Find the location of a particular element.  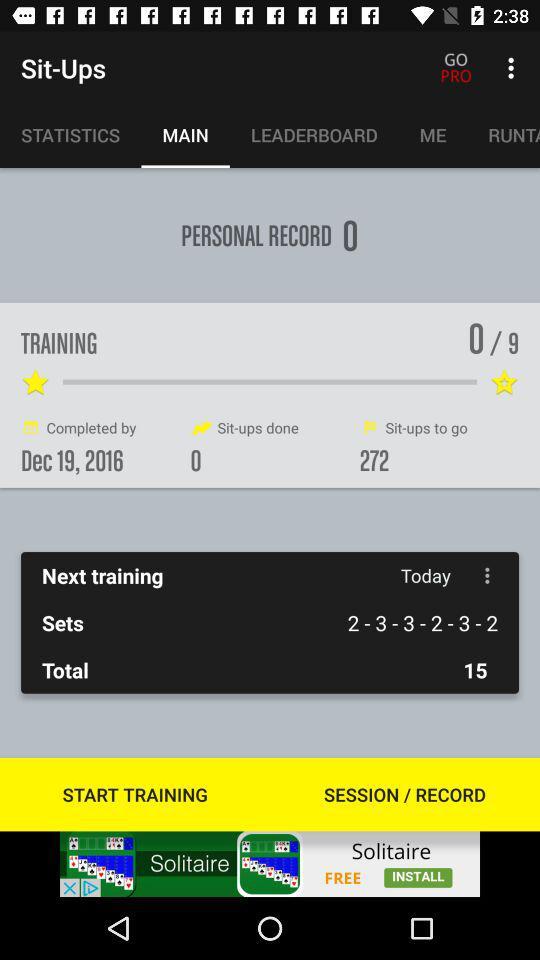

menu page is located at coordinates (486, 575).